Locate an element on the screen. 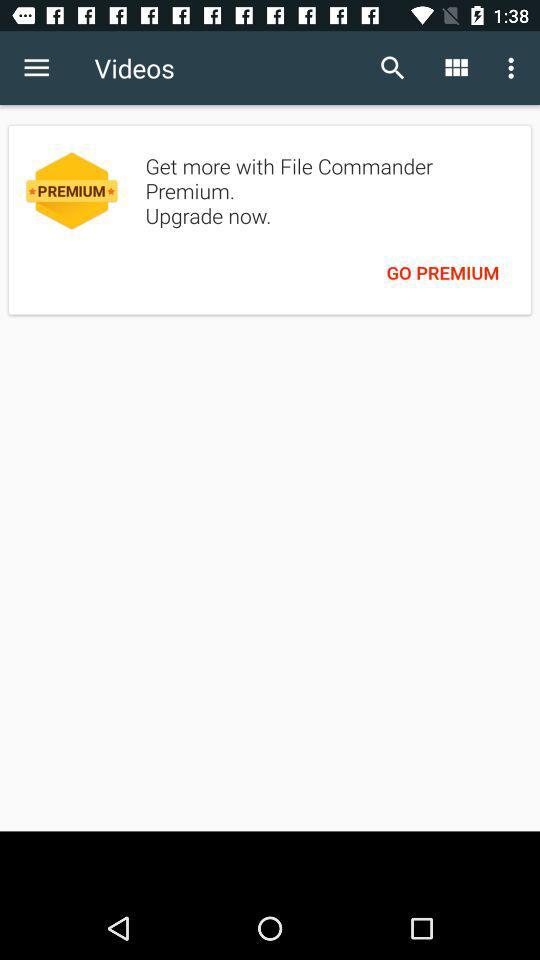  the item next to videos item is located at coordinates (36, 68).